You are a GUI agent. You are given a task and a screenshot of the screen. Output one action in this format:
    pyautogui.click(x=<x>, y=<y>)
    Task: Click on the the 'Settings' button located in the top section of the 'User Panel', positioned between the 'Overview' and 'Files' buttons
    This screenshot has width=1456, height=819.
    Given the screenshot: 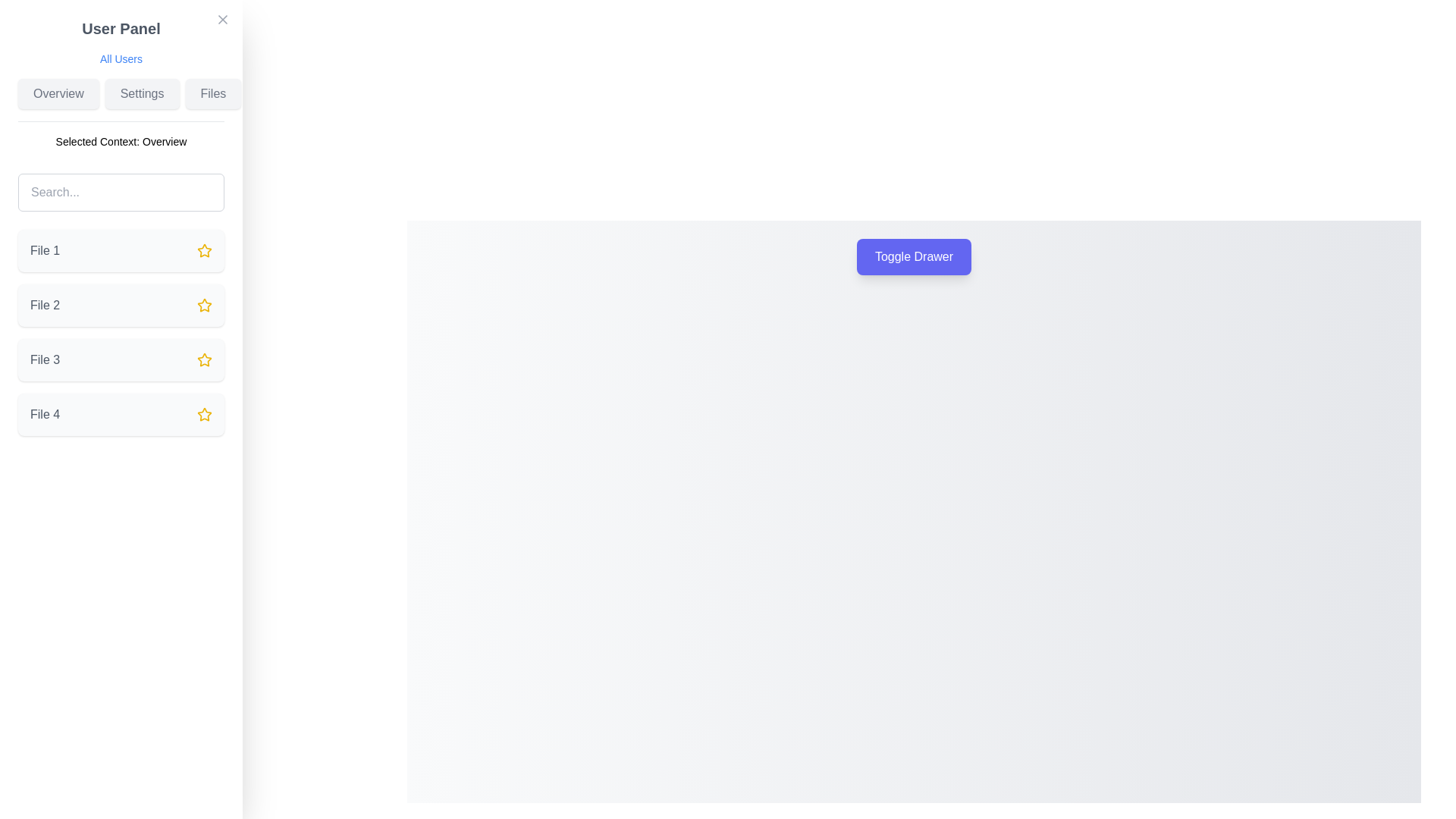 What is the action you would take?
    pyautogui.click(x=120, y=93)
    